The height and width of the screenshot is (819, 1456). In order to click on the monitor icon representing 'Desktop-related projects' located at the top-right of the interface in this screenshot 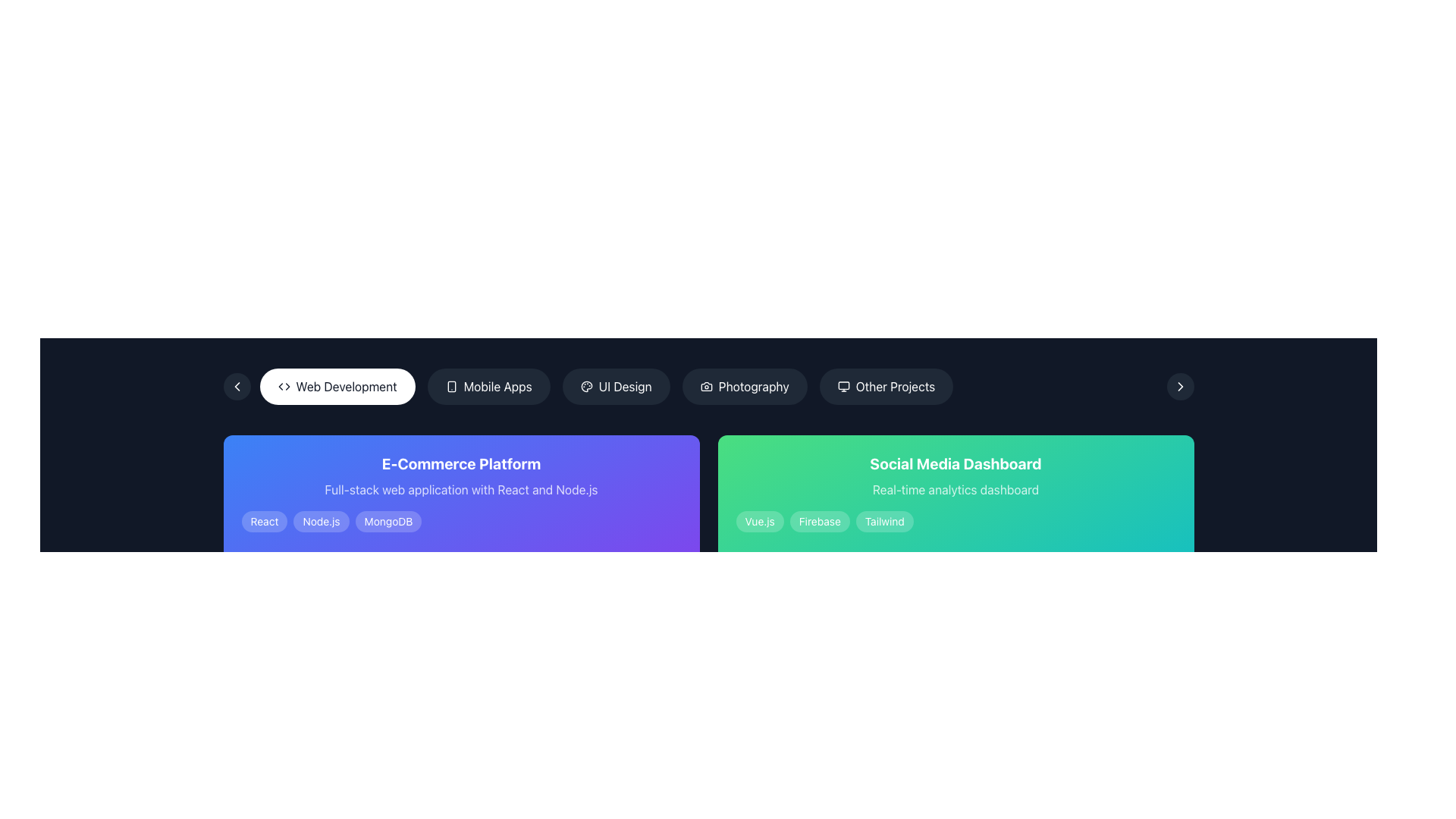, I will do `click(843, 384)`.